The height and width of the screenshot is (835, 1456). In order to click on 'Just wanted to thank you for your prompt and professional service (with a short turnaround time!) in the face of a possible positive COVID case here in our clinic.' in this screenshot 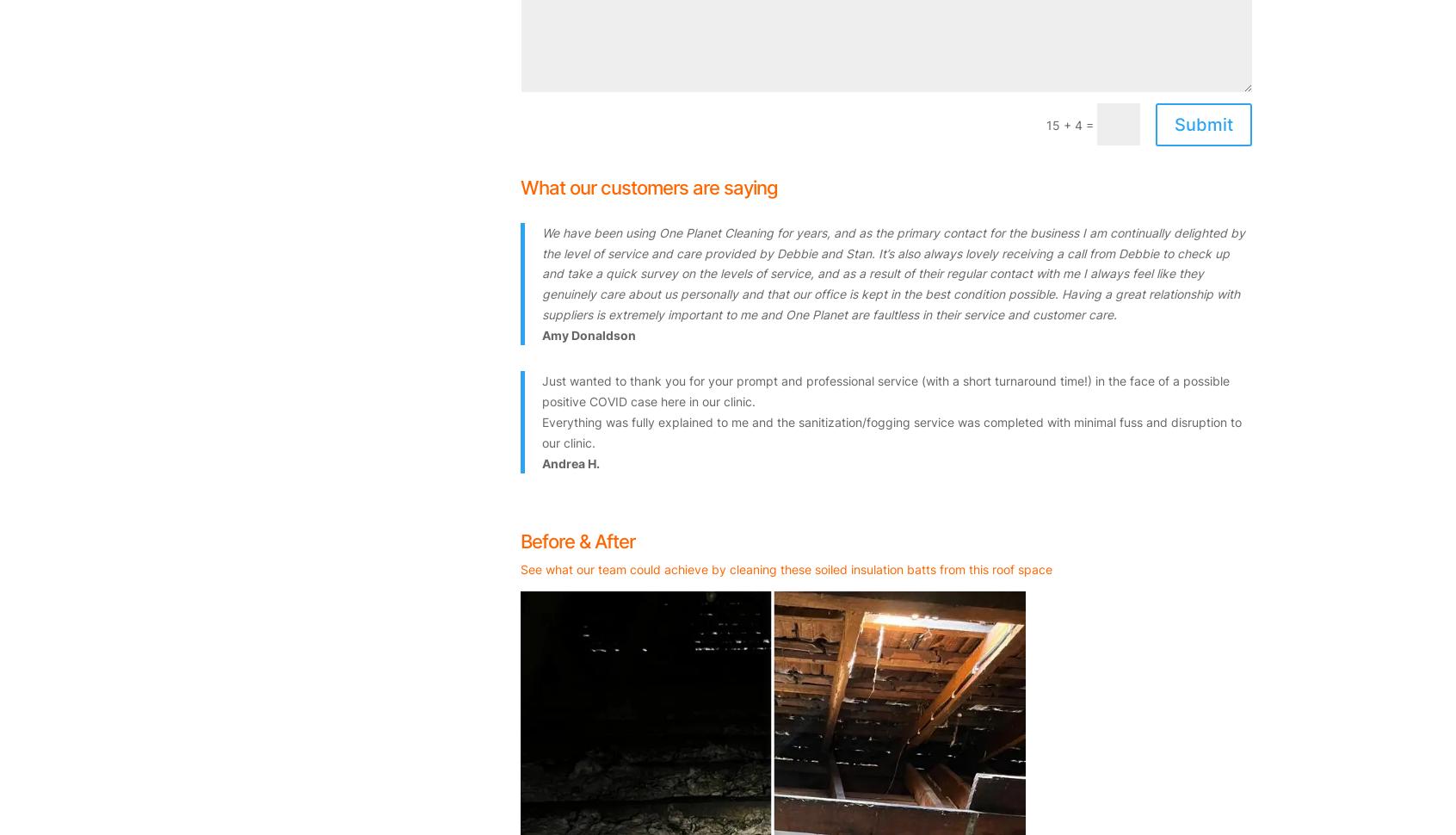, I will do `click(885, 390)`.